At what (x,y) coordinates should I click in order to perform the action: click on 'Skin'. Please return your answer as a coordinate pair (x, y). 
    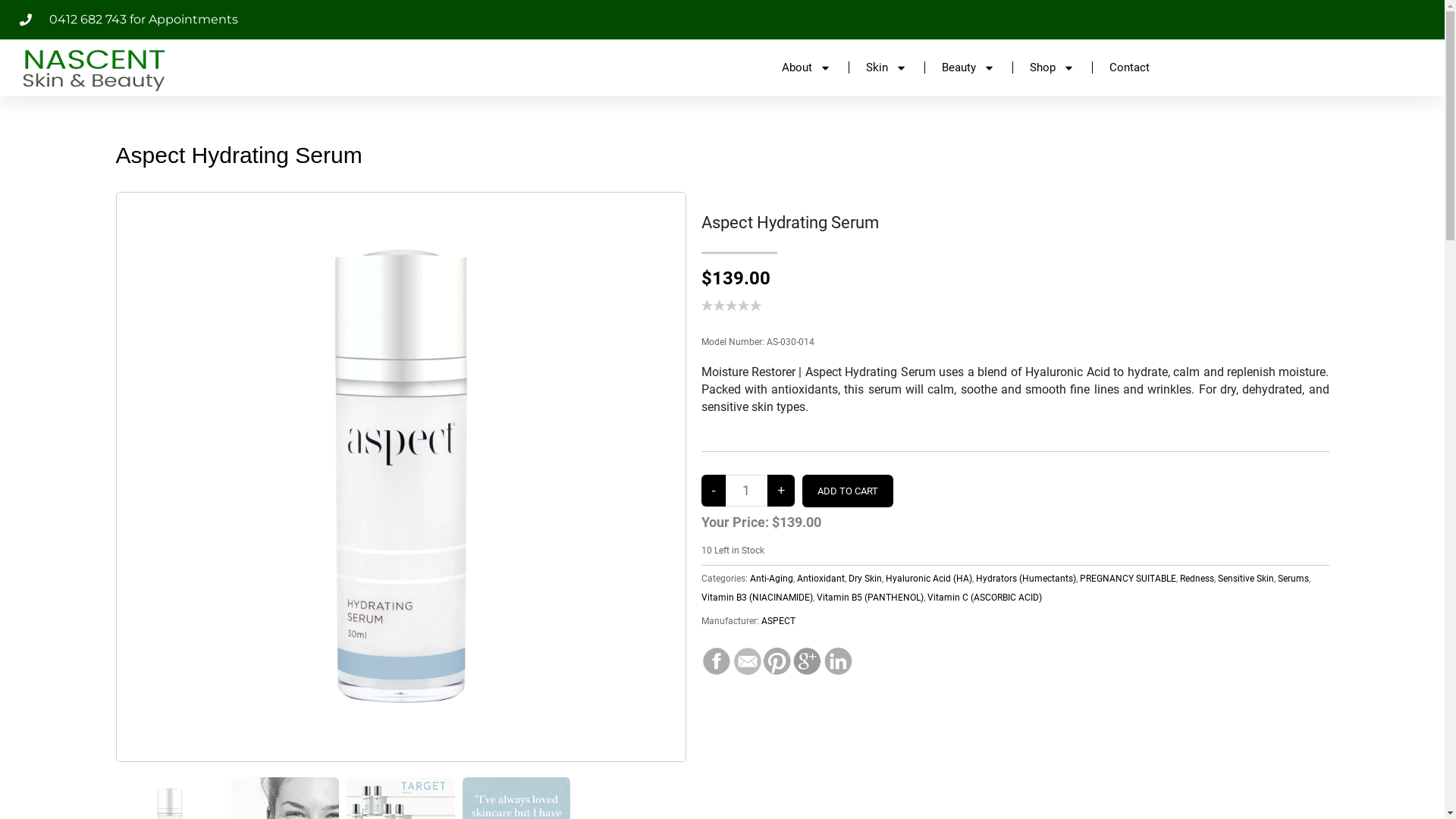
    Looking at the image, I should click on (886, 66).